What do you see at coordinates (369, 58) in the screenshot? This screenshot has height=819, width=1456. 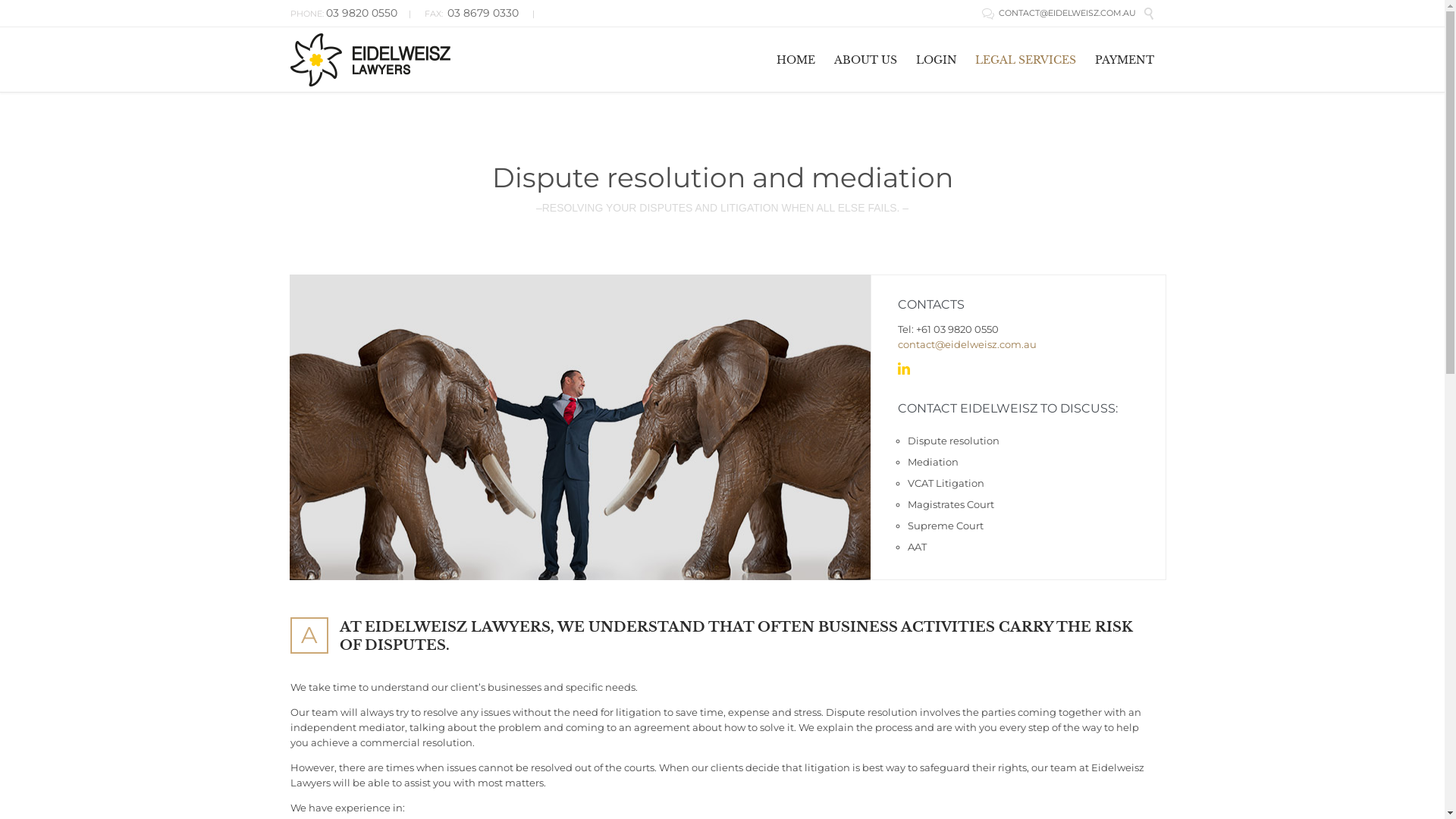 I see `'Eidelweisz Lawyers'` at bounding box center [369, 58].